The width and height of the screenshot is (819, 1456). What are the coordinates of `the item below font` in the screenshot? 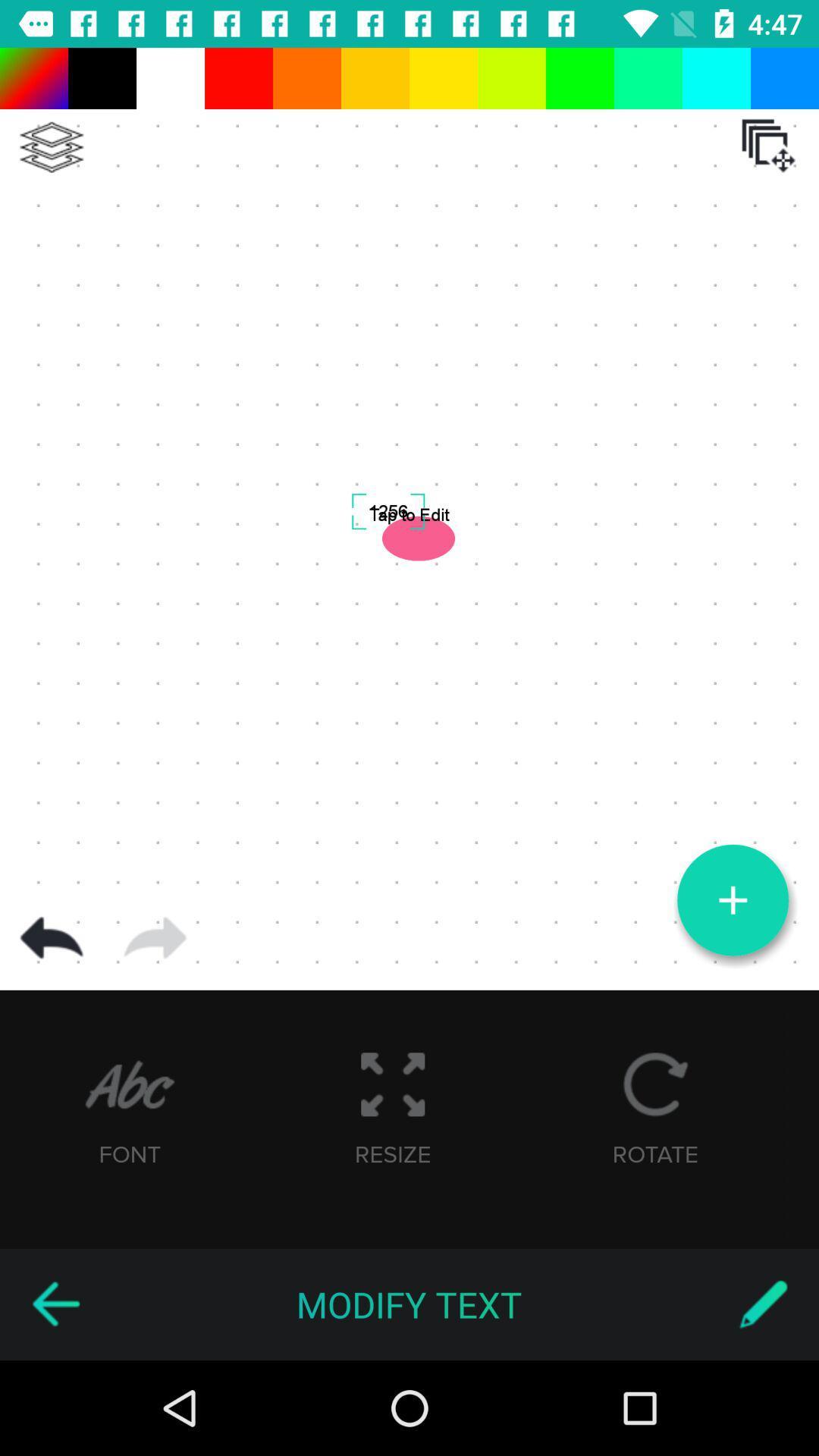 It's located at (55, 1304).